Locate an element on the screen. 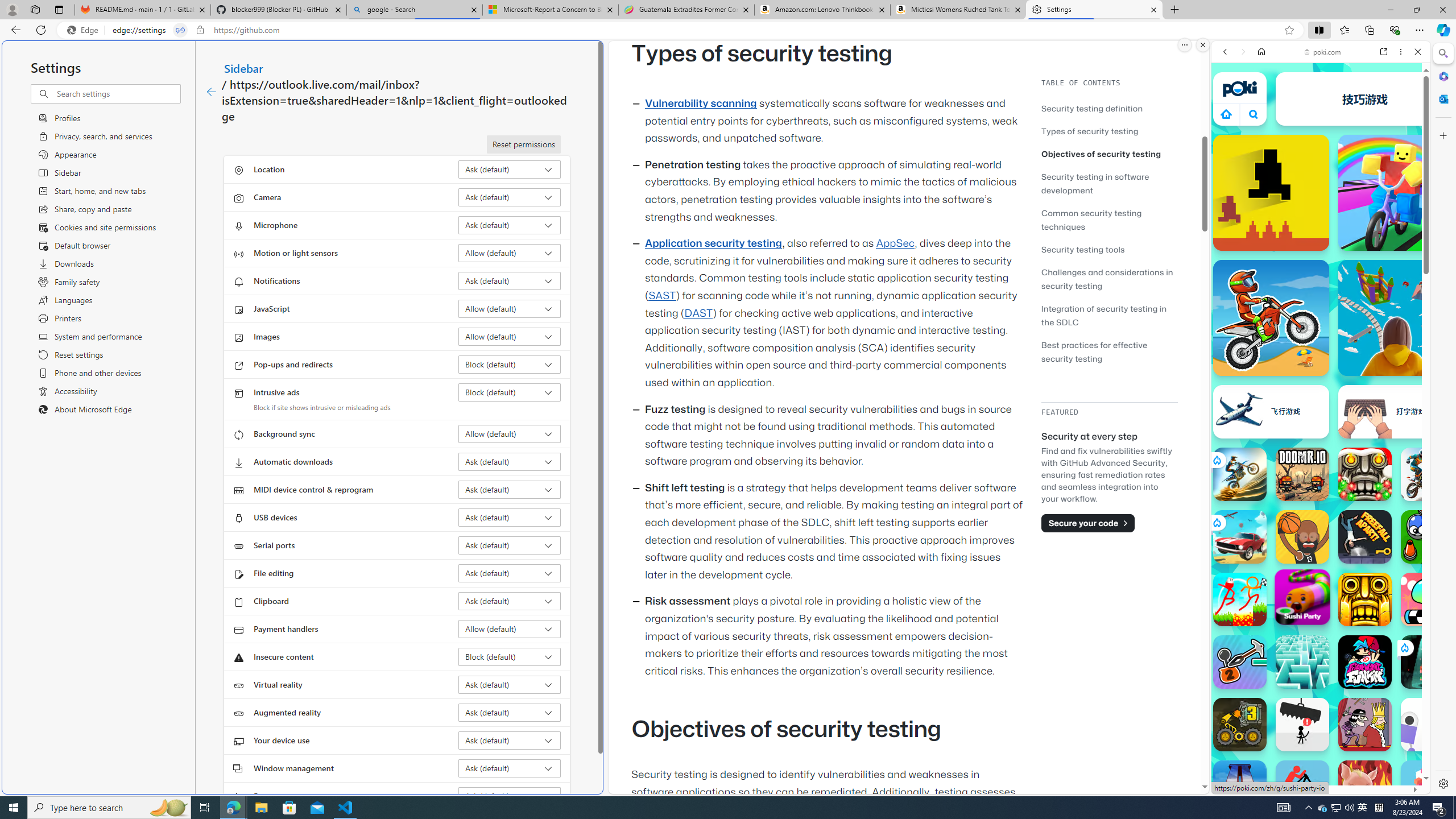 This screenshot has height=819, width=1456. 'Level Devil' is located at coordinates (1270, 192).